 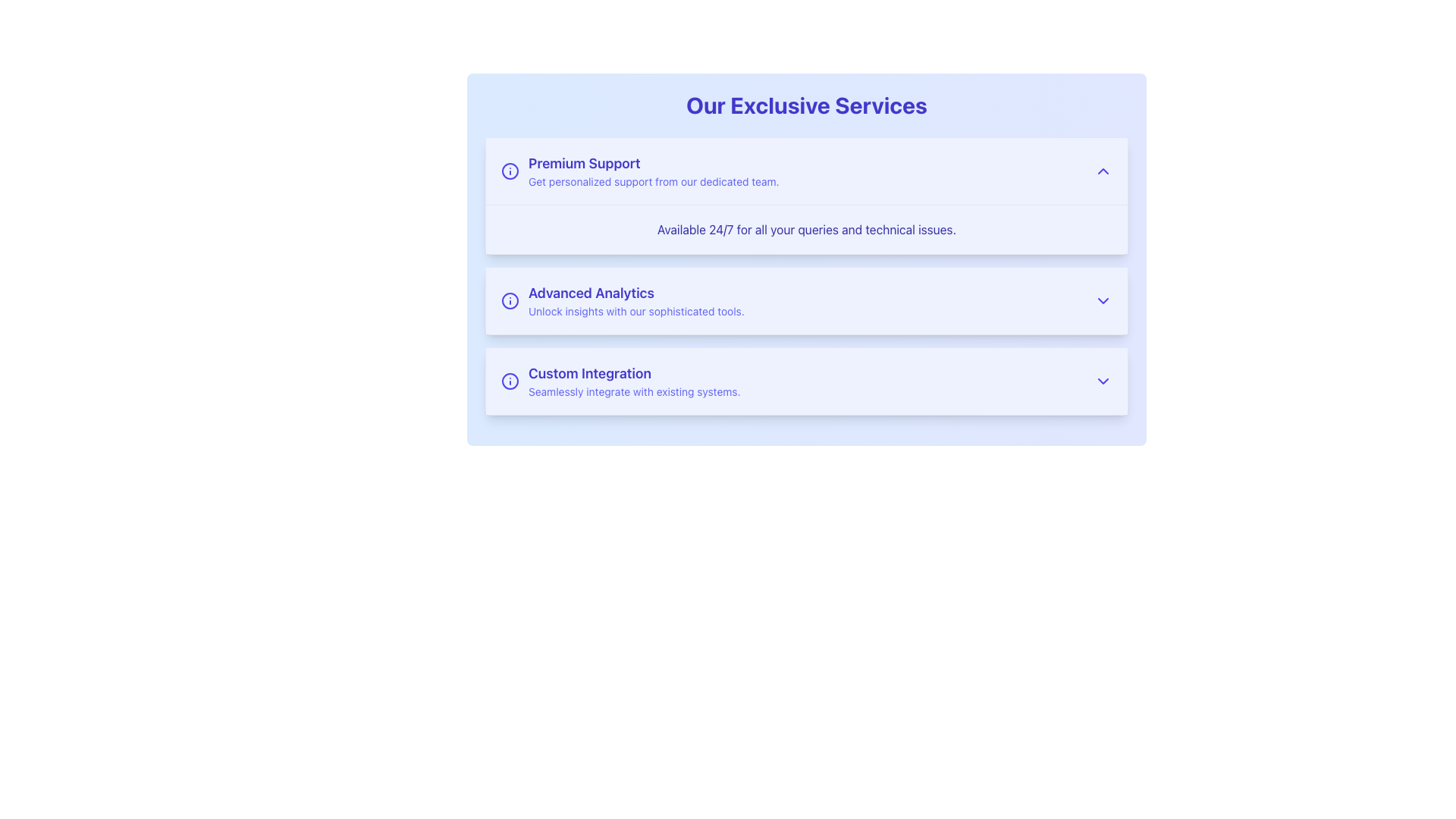 What do you see at coordinates (634, 374) in the screenshot?
I see `the text label that serves as a heading for the Custom Integration services section, located above the descriptive text 'Seamlessly integrate with existing systems.'` at bounding box center [634, 374].